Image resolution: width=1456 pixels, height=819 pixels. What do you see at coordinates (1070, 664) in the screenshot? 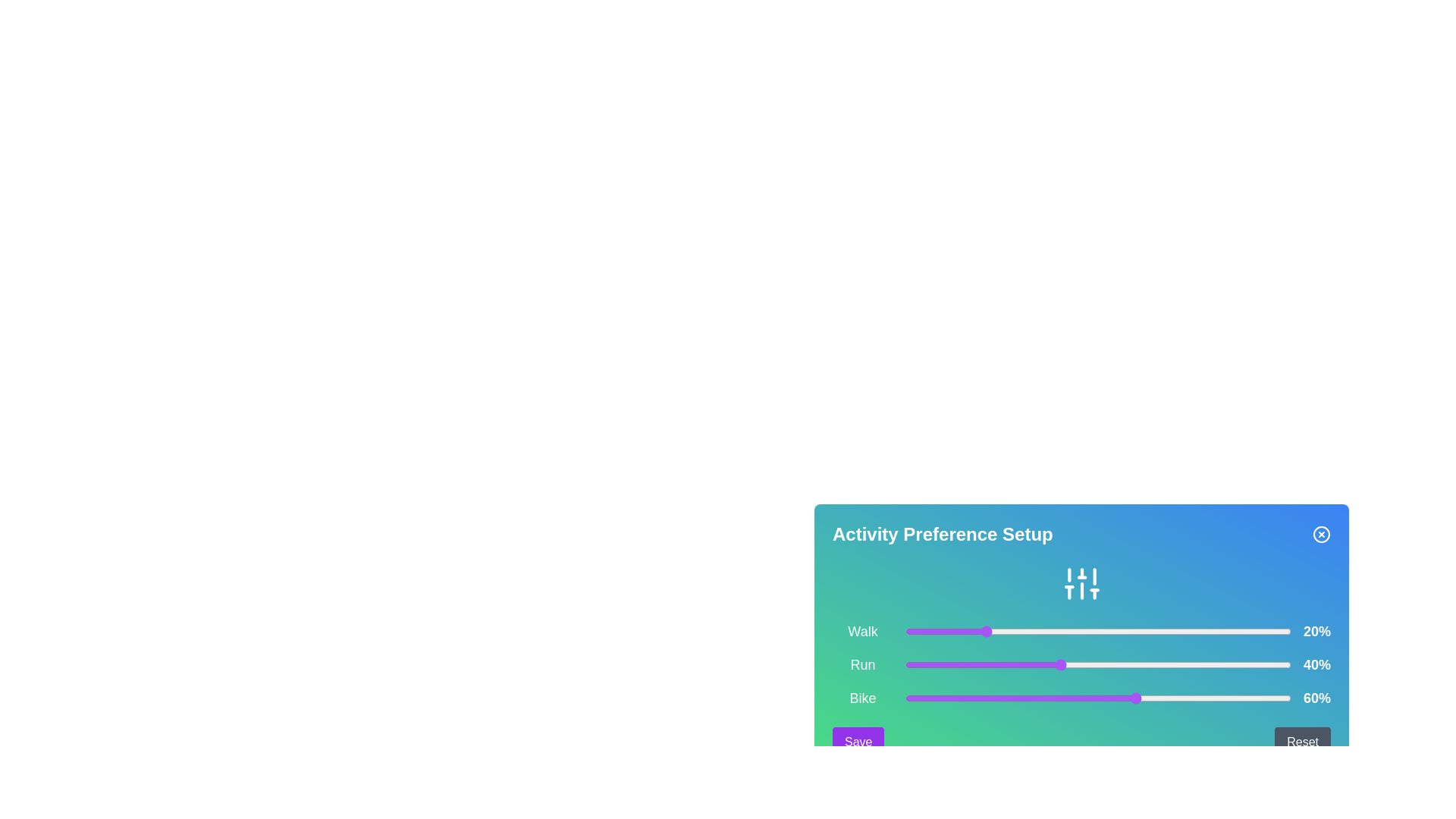
I see `the slider for 1 to 43%` at bounding box center [1070, 664].